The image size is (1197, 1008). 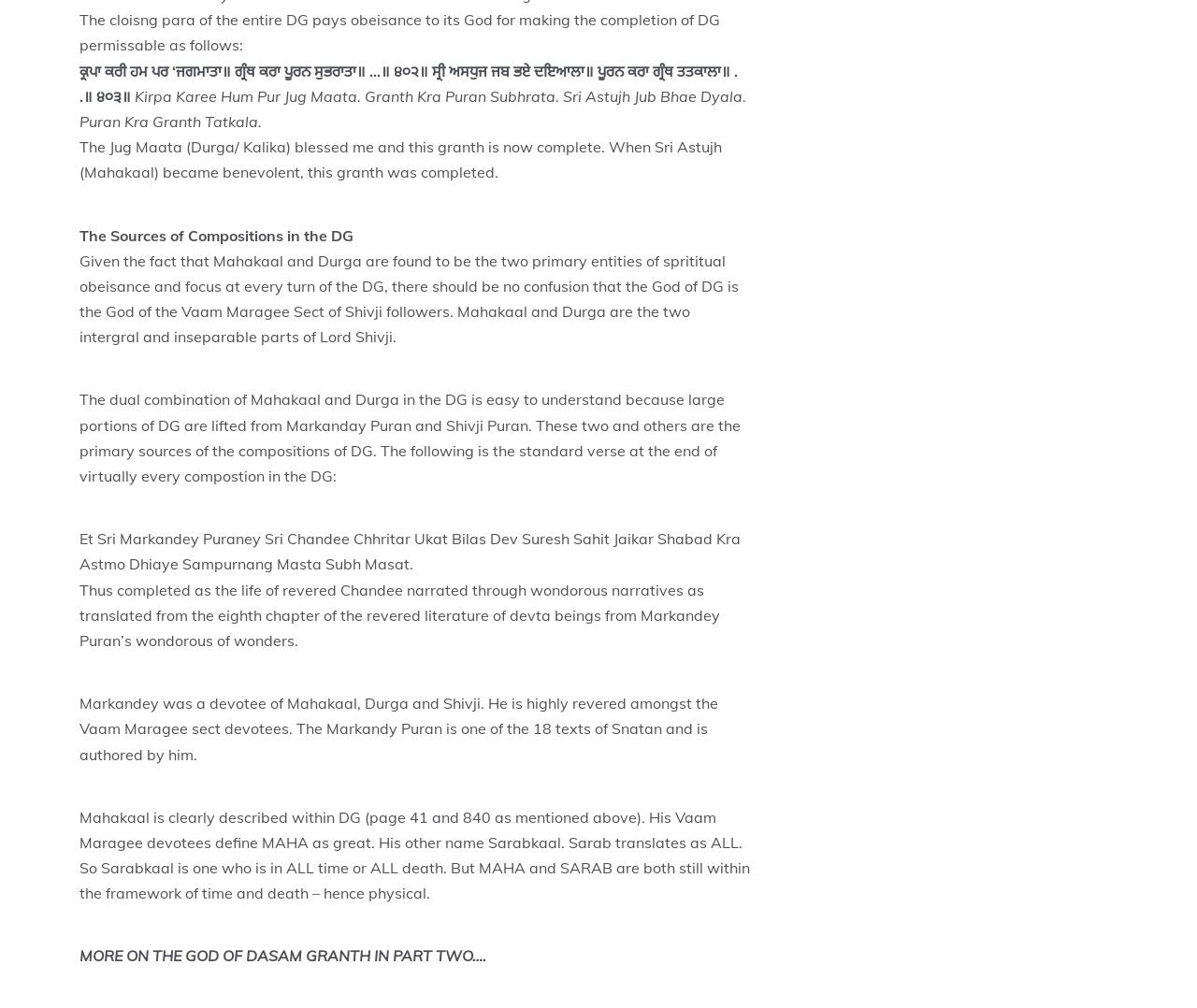 What do you see at coordinates (78, 296) in the screenshot?
I see `'Given the fact that Mahakaal and Durga are found to be the two primary entities of sprititual obeisance and focus at every turn of the DG, there should be no confusion that the God of DG is the God of the Vaam Maragee Sect of Shivji followers. Mahakaal and Durga are the two intergral and inseparable parts of Lord Shivji.'` at bounding box center [78, 296].